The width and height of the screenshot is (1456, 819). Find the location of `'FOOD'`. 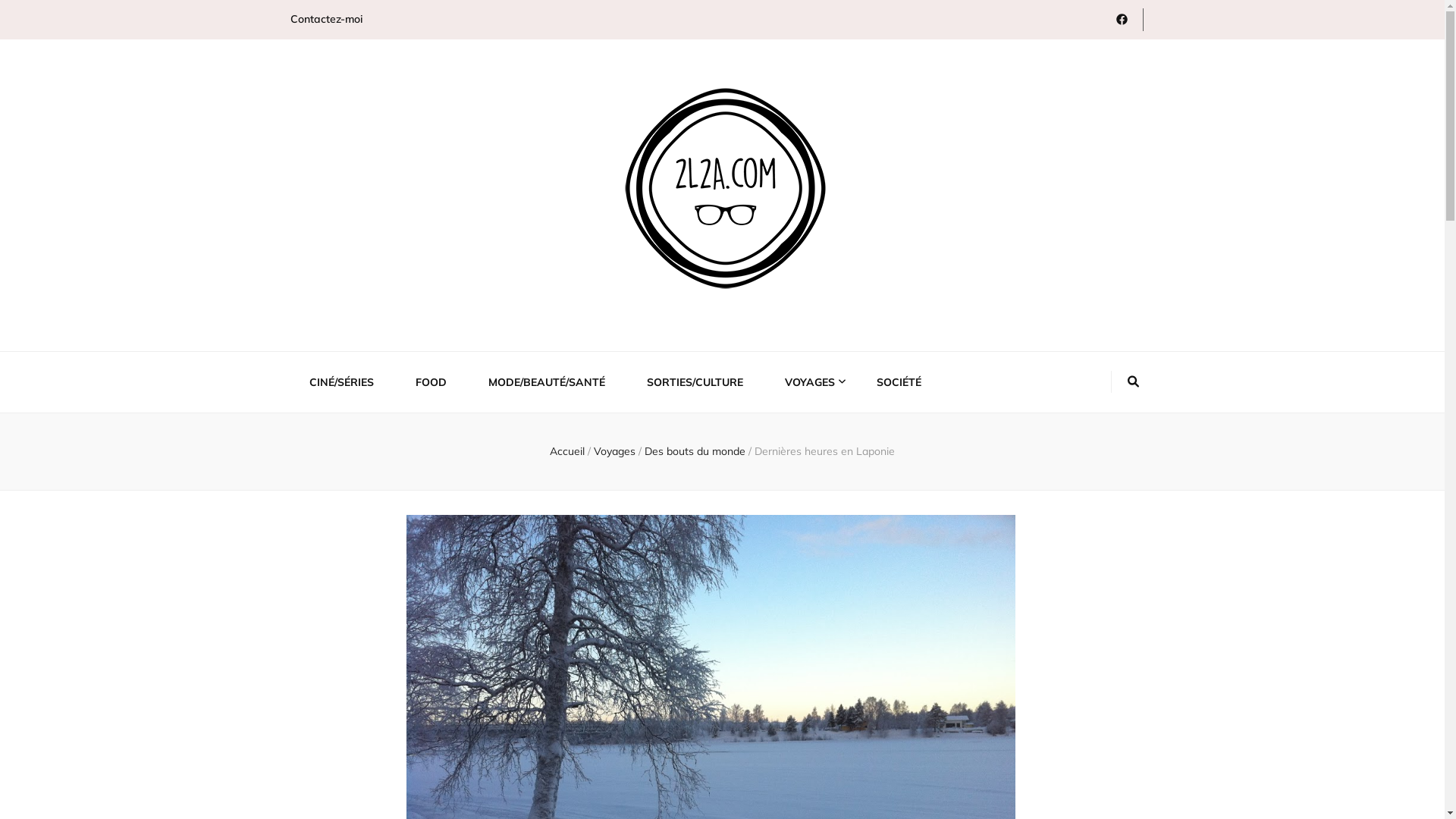

'FOOD' is located at coordinates (415, 381).